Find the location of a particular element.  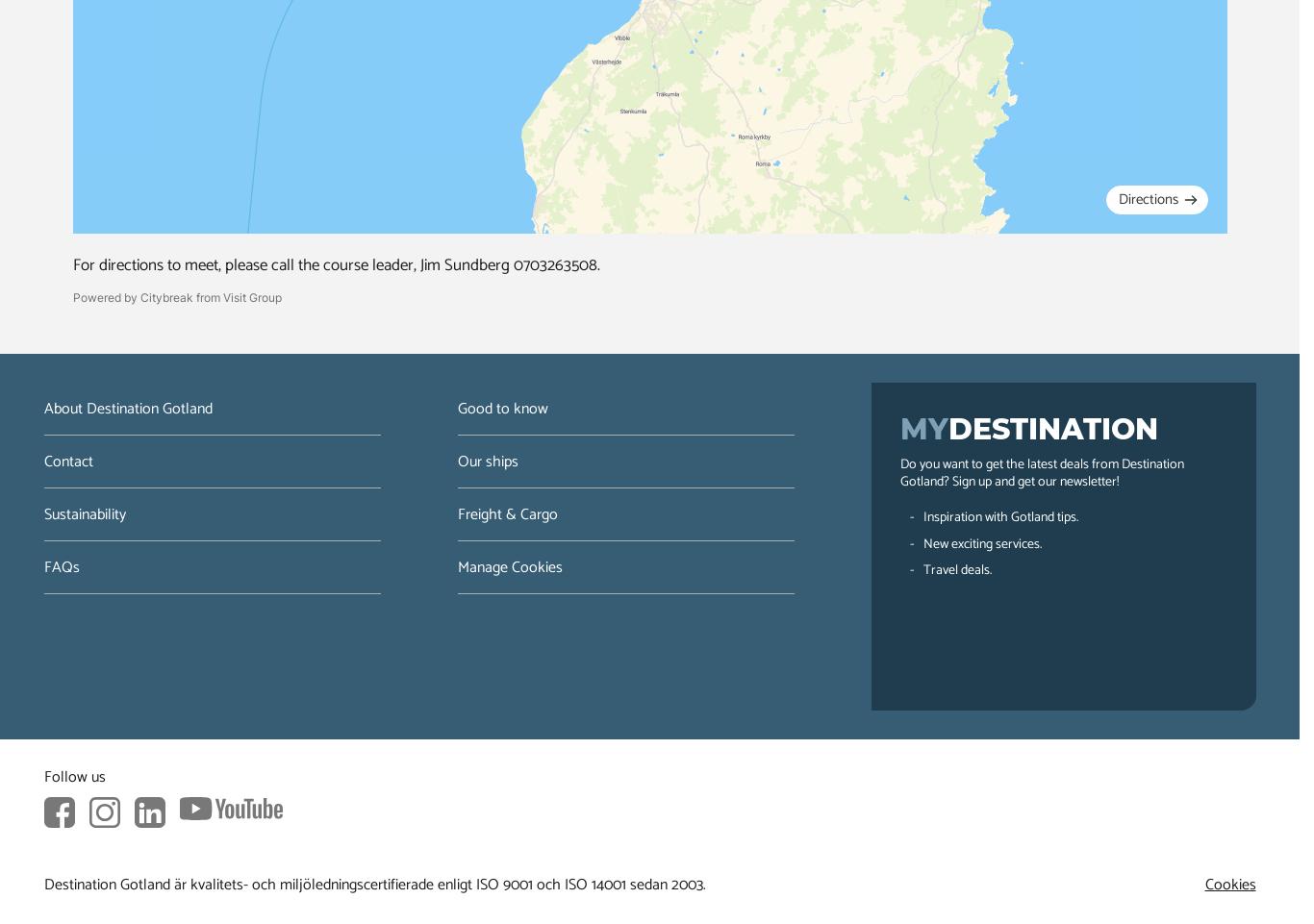

'Our ships' is located at coordinates (487, 460).